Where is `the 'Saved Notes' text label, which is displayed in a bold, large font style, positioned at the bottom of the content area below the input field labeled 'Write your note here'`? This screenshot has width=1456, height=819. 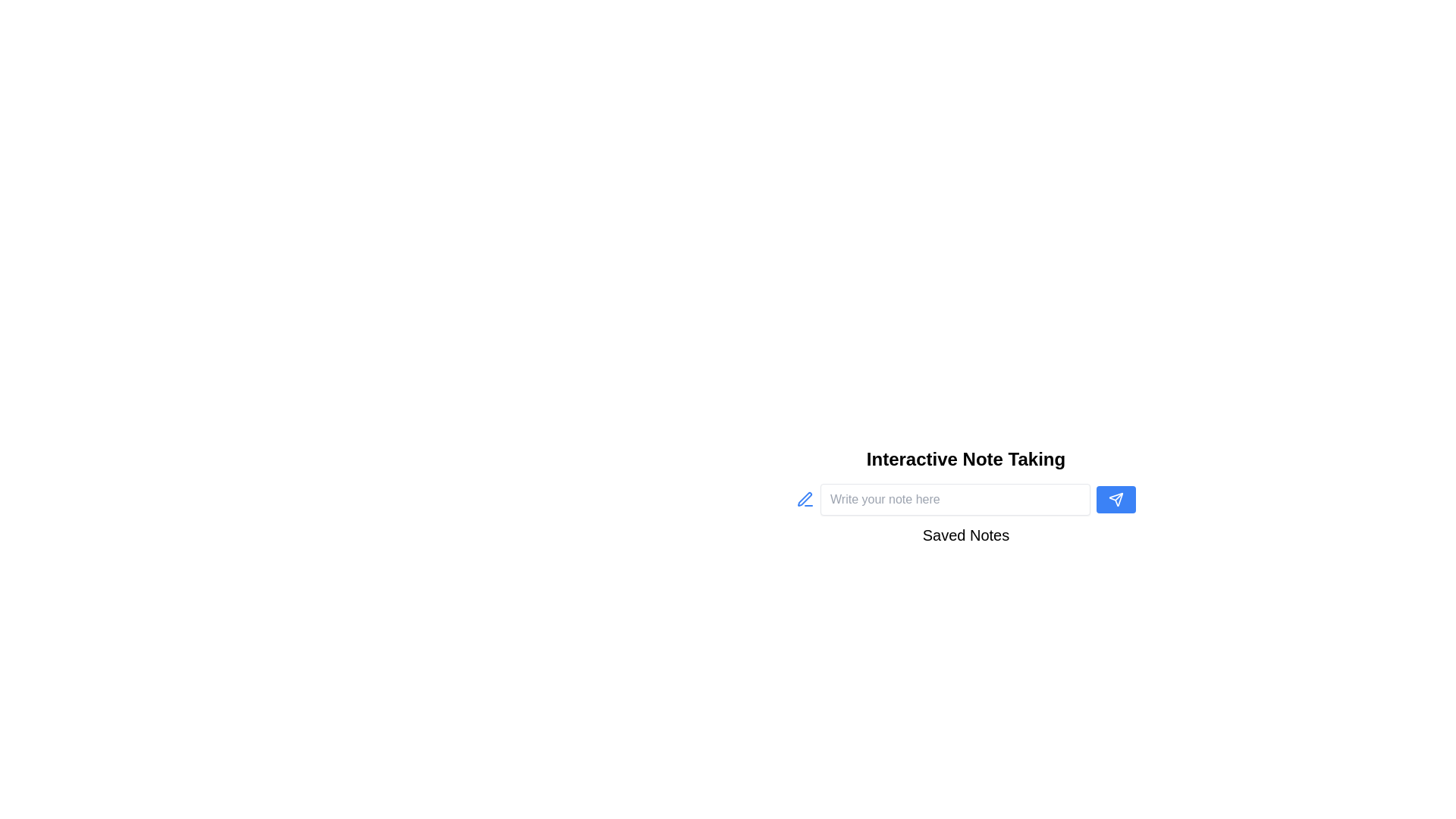
the 'Saved Notes' text label, which is displayed in a bold, large font style, positioned at the bottom of the content area below the input field labeled 'Write your note here' is located at coordinates (965, 534).